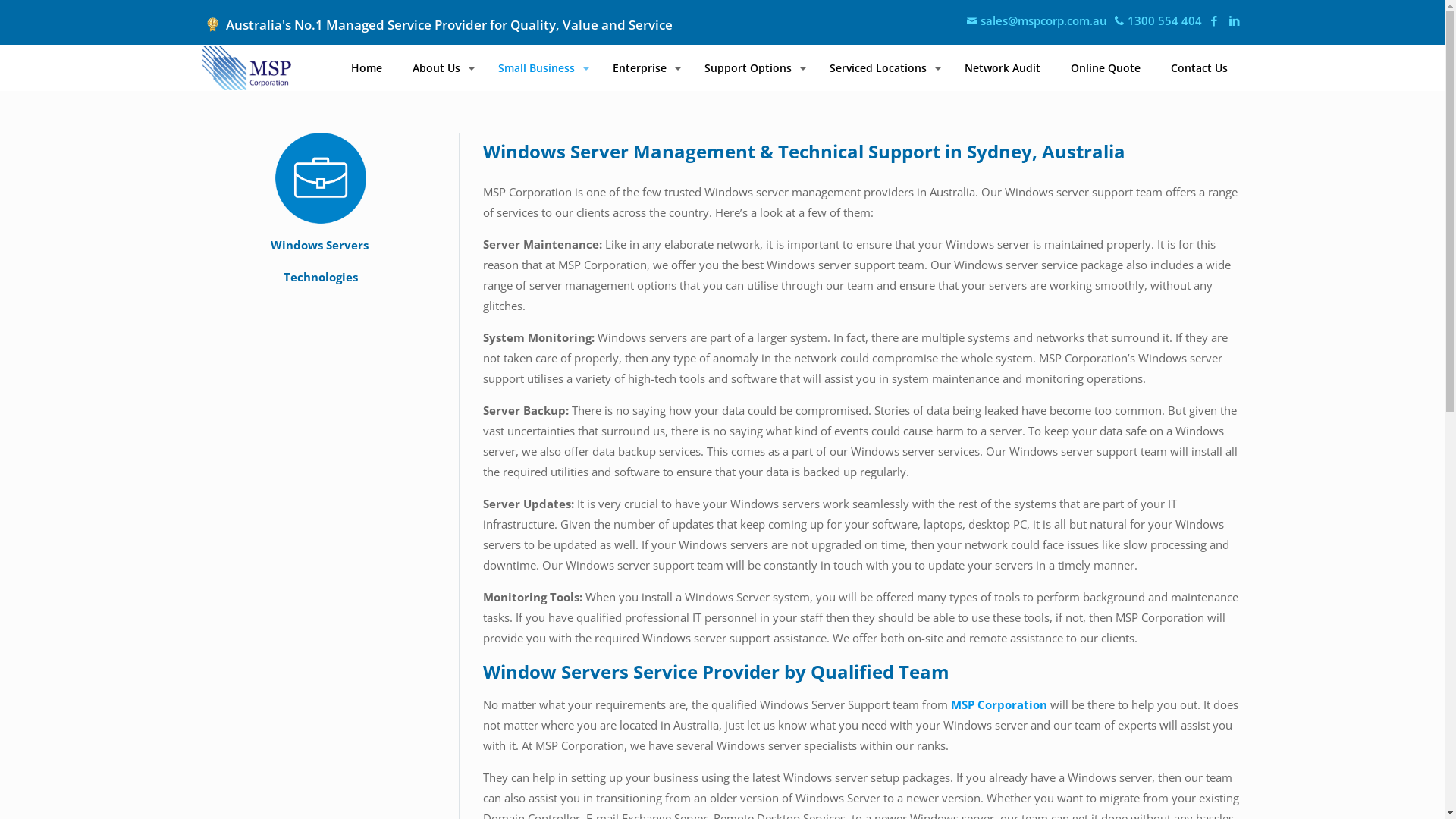 This screenshot has width=1456, height=819. I want to click on 'Network Audit', so click(949, 67).